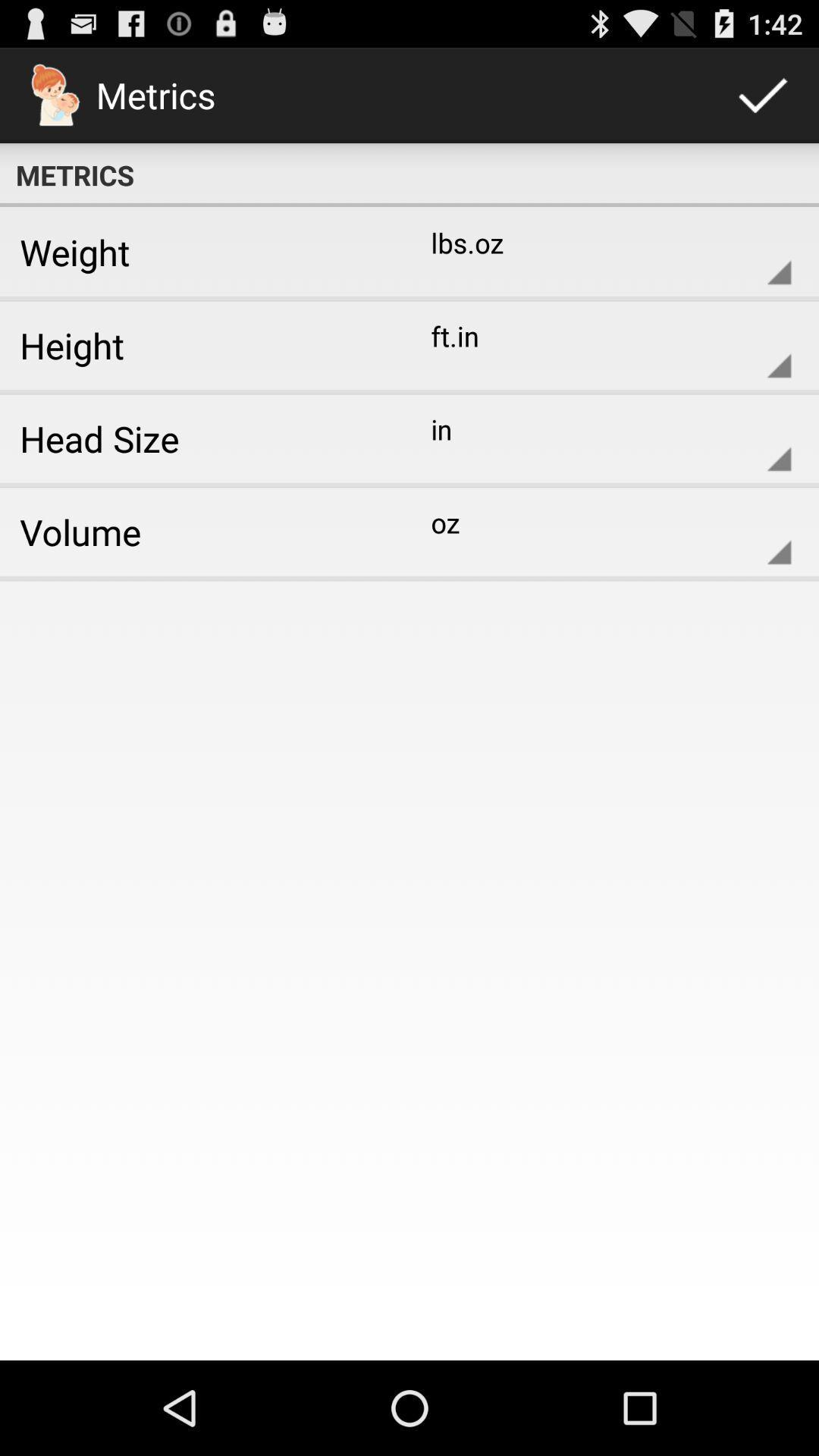 Image resolution: width=819 pixels, height=1456 pixels. What do you see at coordinates (199, 438) in the screenshot?
I see `the head size icon` at bounding box center [199, 438].